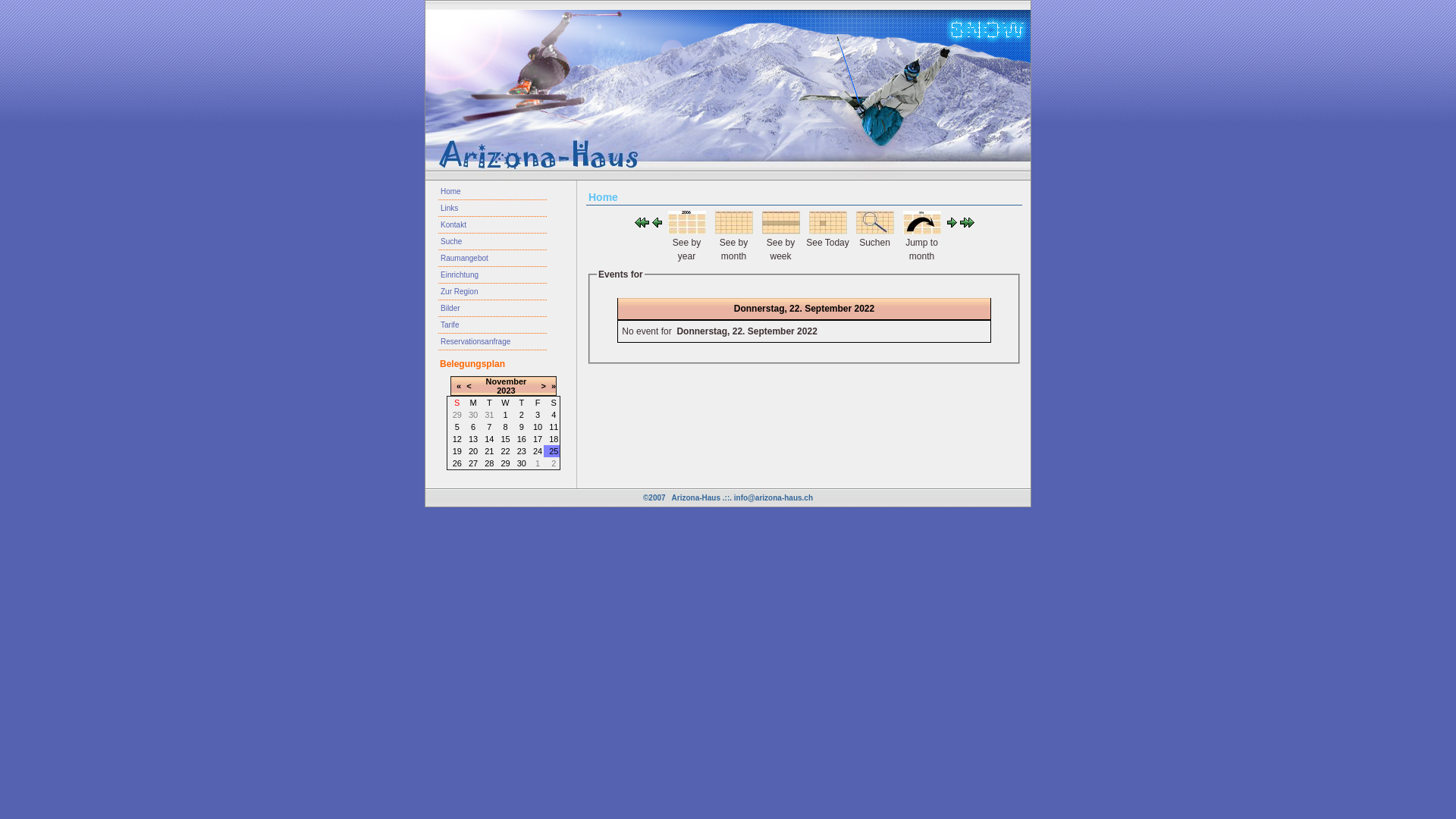  I want to click on '>', so click(541, 385).